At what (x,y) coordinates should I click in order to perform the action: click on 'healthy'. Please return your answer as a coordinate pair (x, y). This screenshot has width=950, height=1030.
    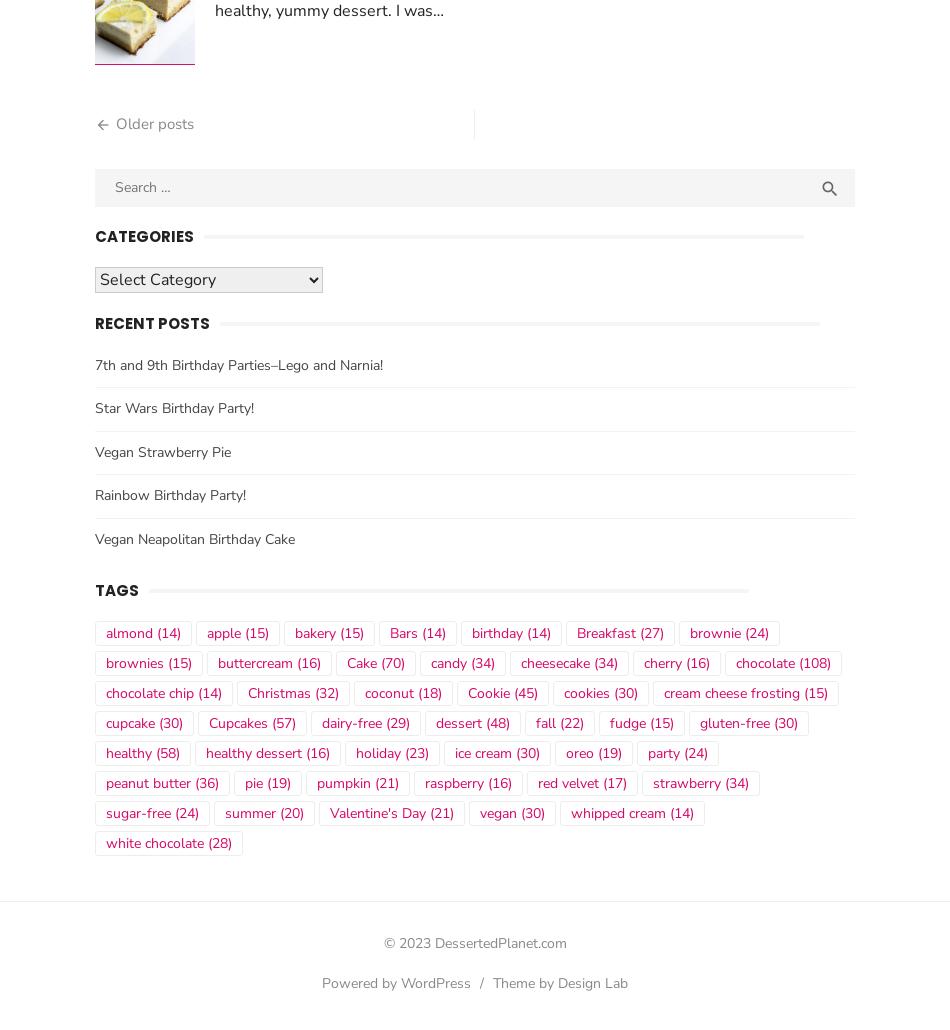
    Looking at the image, I should click on (129, 759).